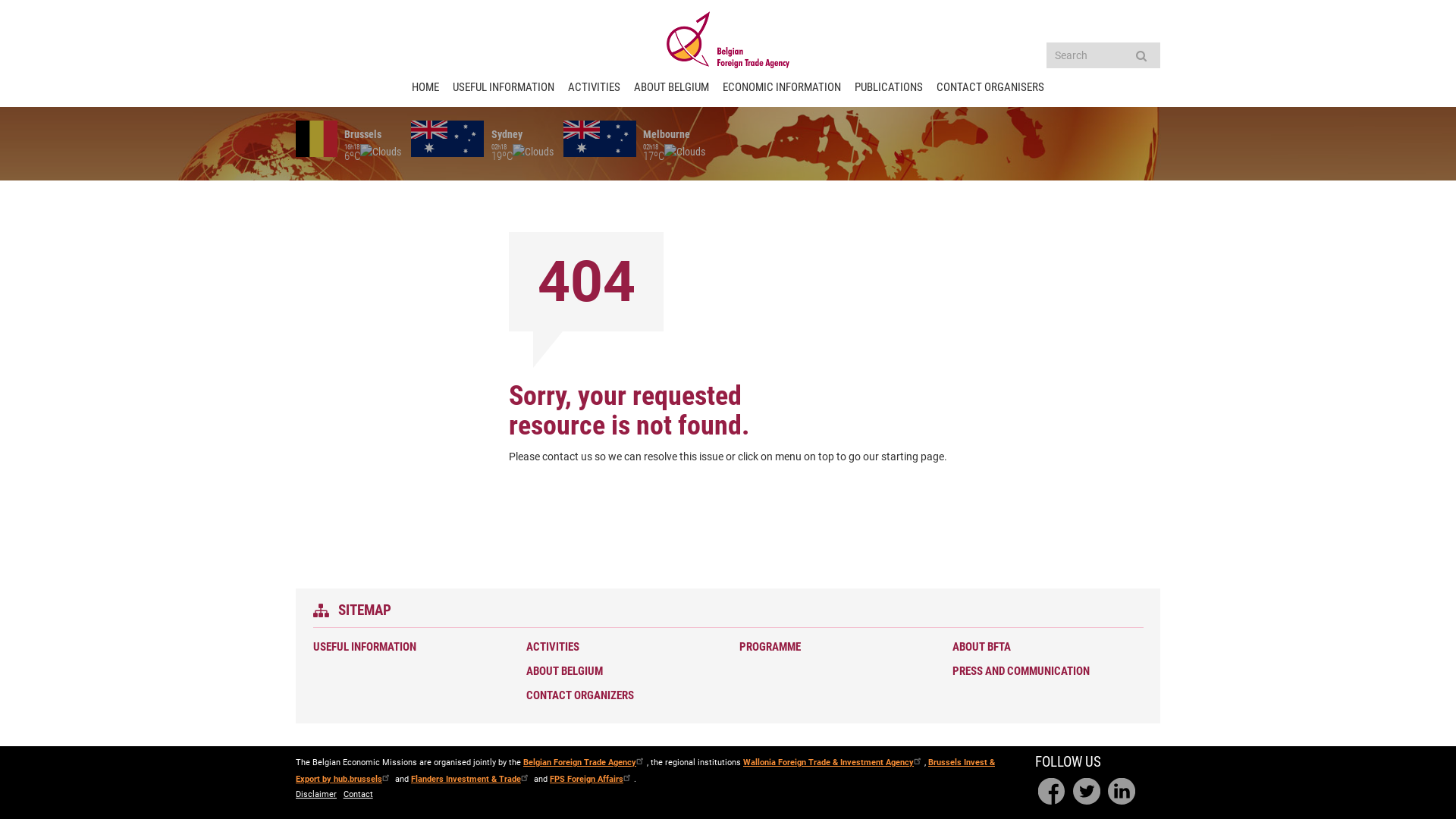 The height and width of the screenshot is (819, 1456). What do you see at coordinates (591, 778) in the screenshot?
I see `'FPS Foreign Affairs(link is external)'` at bounding box center [591, 778].